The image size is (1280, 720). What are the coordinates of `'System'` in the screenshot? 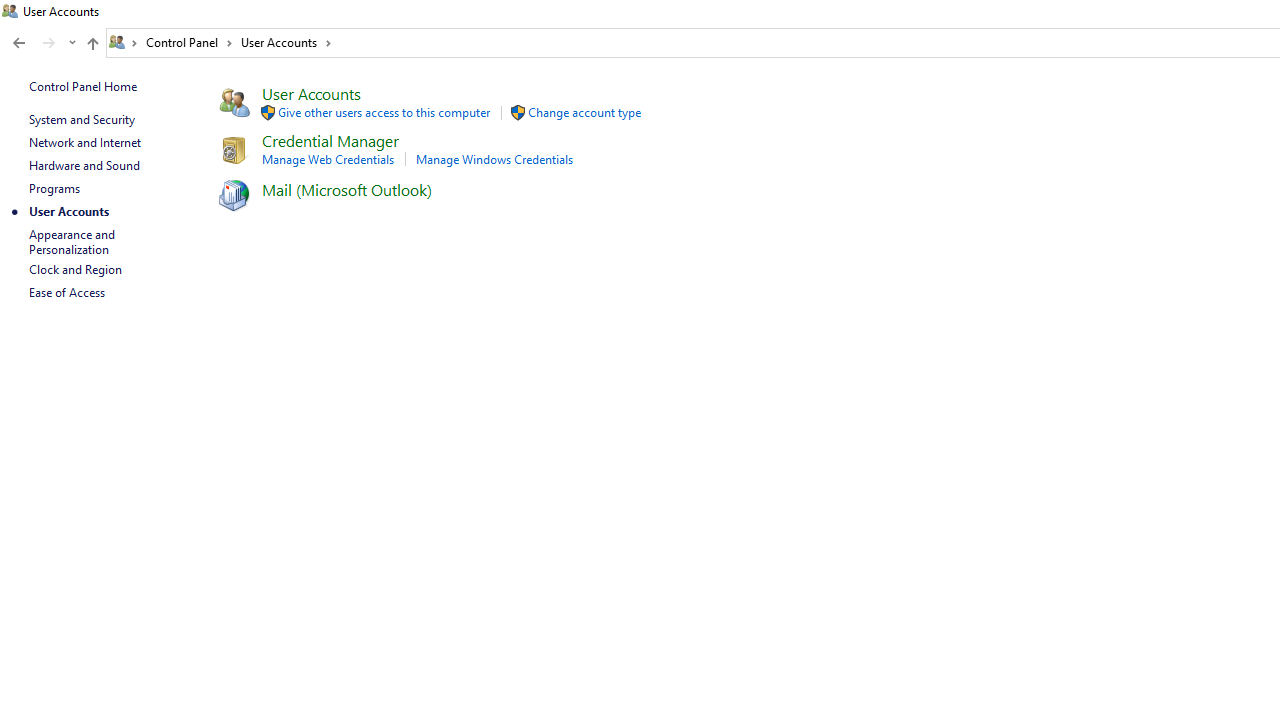 It's located at (10, 11).